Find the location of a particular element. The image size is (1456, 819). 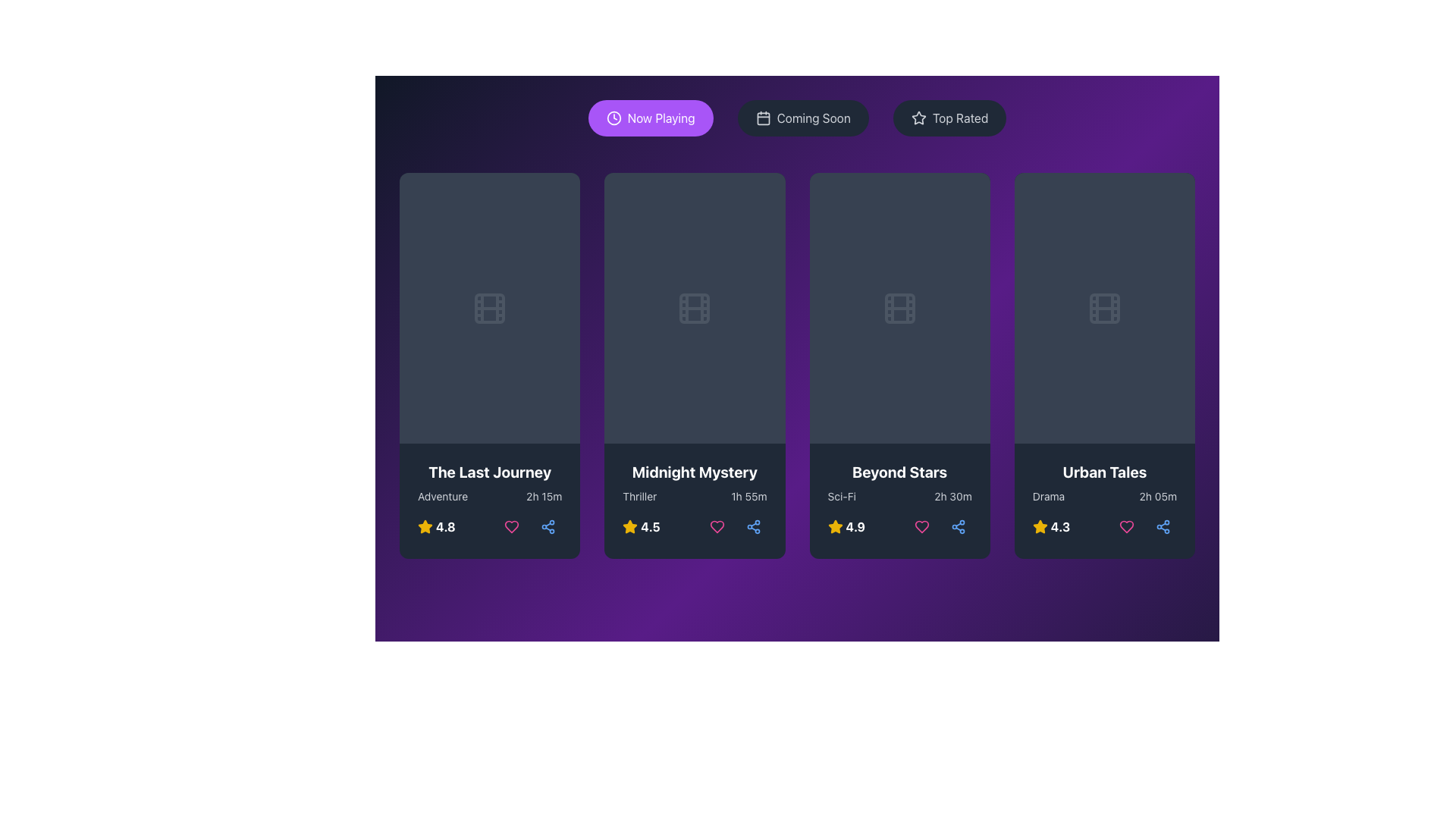

the 'Coming Soon' button, which is a rounded rectangle with a dark gray background and light gray text, positioned between the 'Now Playing' and 'Top Rated' buttons is located at coordinates (802, 117).